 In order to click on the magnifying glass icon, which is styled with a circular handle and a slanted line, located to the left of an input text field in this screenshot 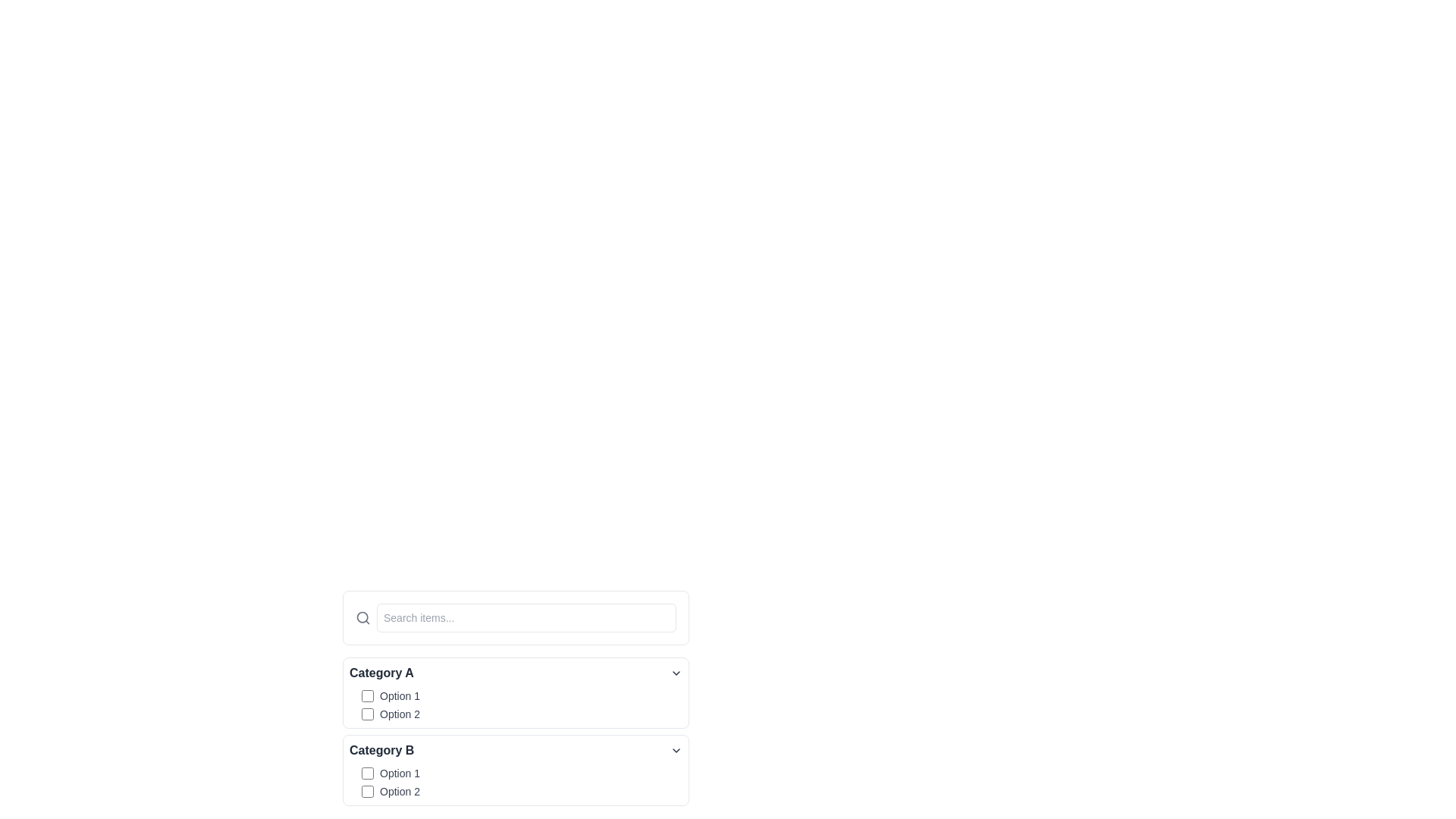, I will do `click(362, 617)`.